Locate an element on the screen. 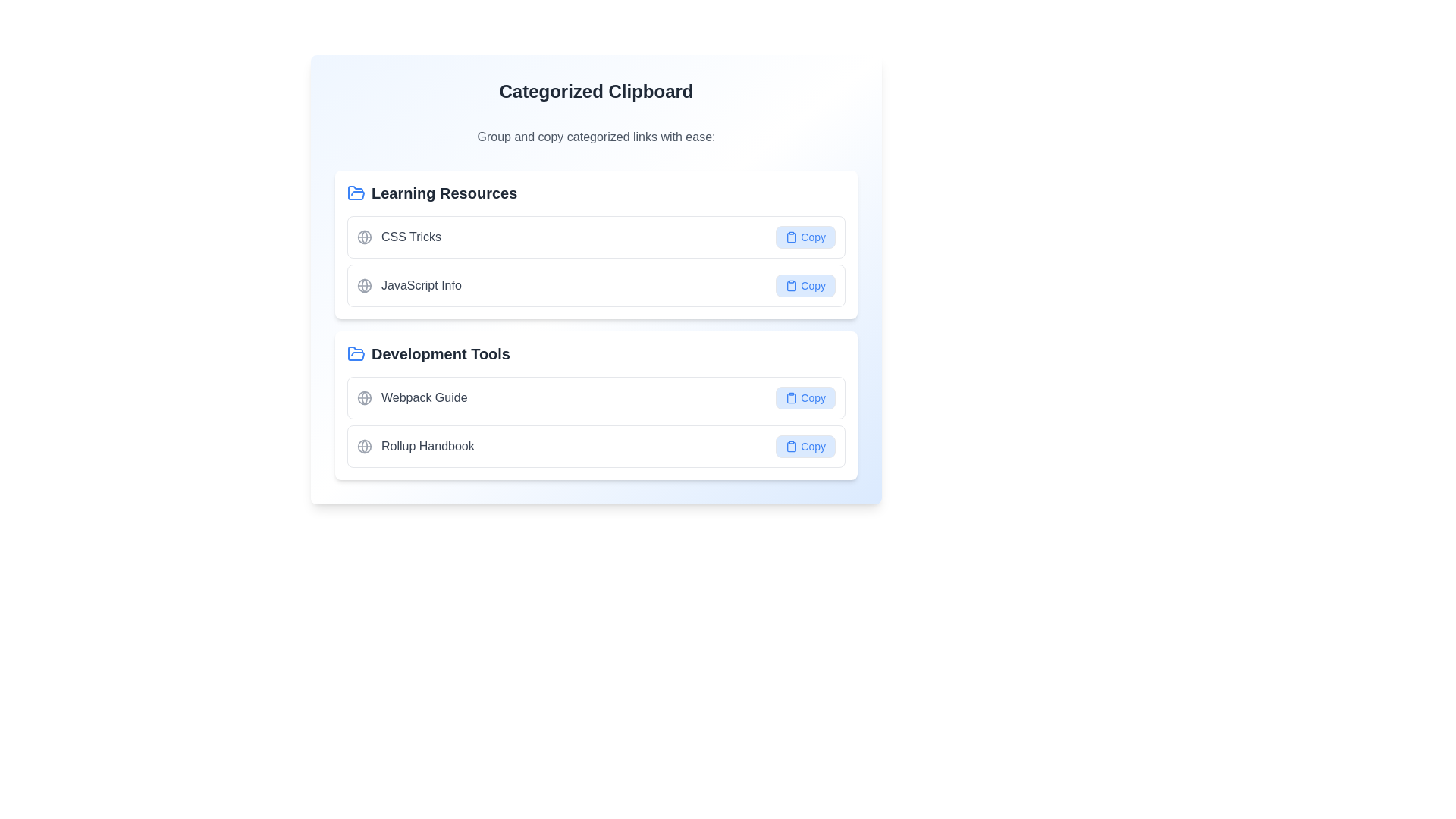 The width and height of the screenshot is (1456, 819). the 'Webpack Guide' text hyperlink located in the 'Development Tools' section, which is positioned directly under the 'Development Tools' label and above the 'Rollup Handbook' entry is located at coordinates (424, 397).